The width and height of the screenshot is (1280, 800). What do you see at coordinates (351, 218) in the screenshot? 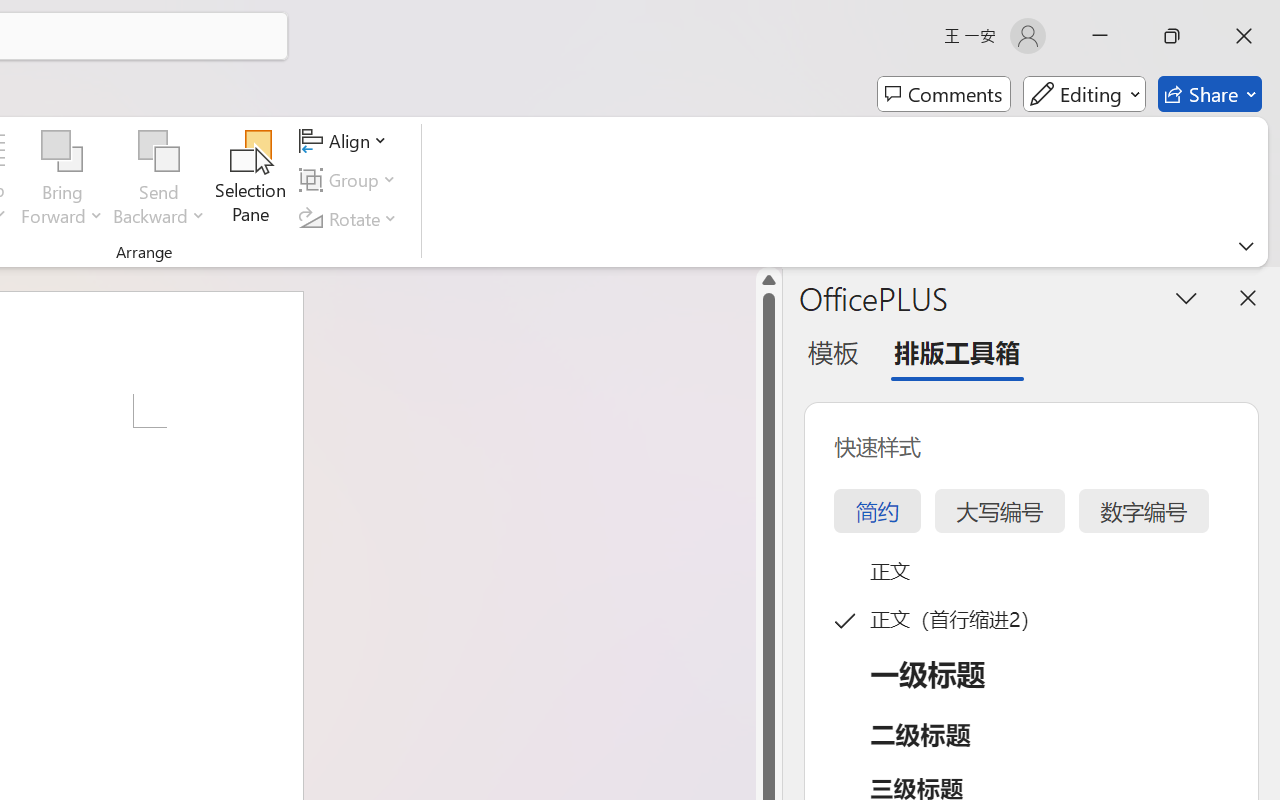
I see `'Rotate'` at bounding box center [351, 218].